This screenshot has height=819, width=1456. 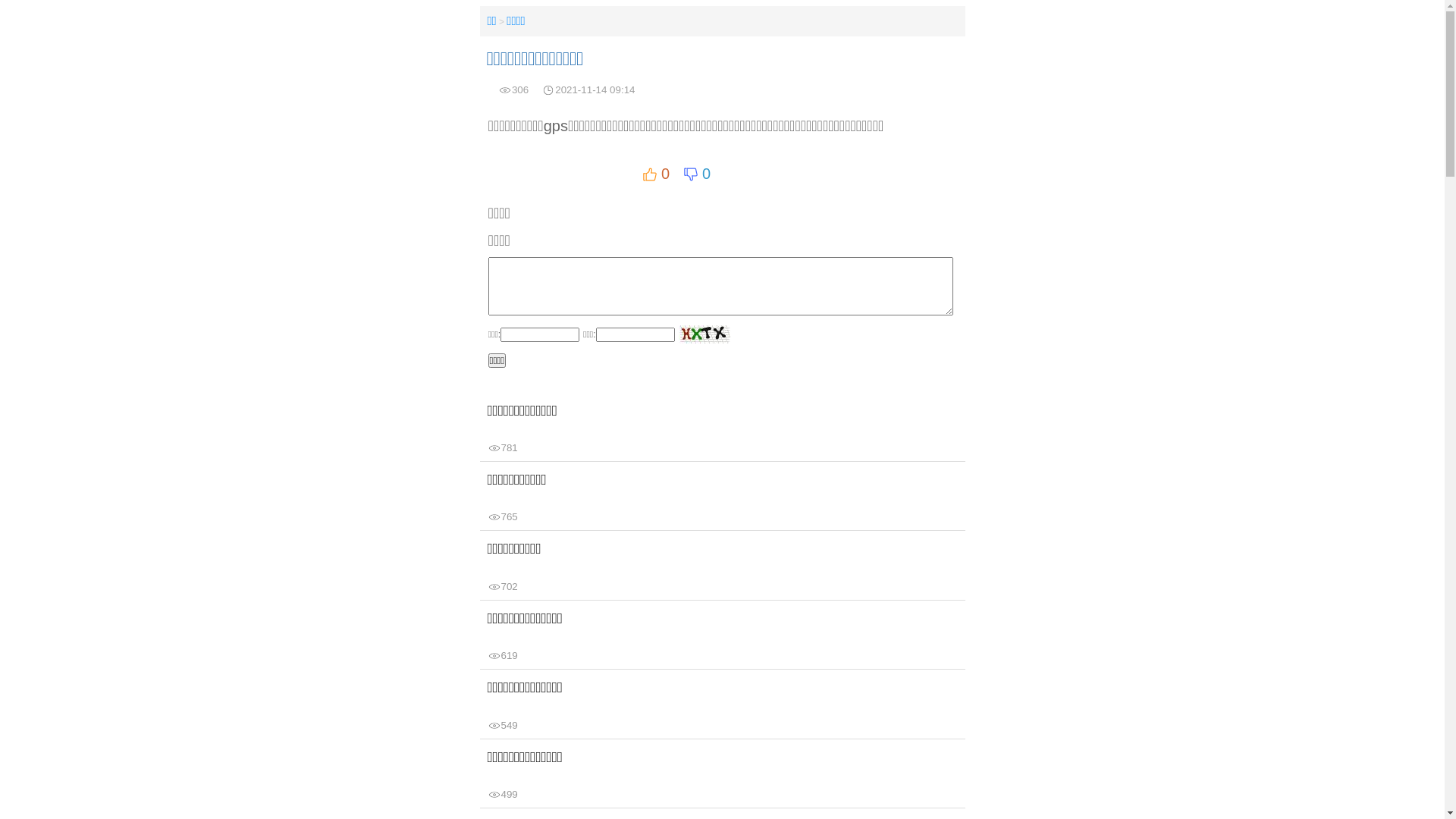 I want to click on '0', so click(x=655, y=173).